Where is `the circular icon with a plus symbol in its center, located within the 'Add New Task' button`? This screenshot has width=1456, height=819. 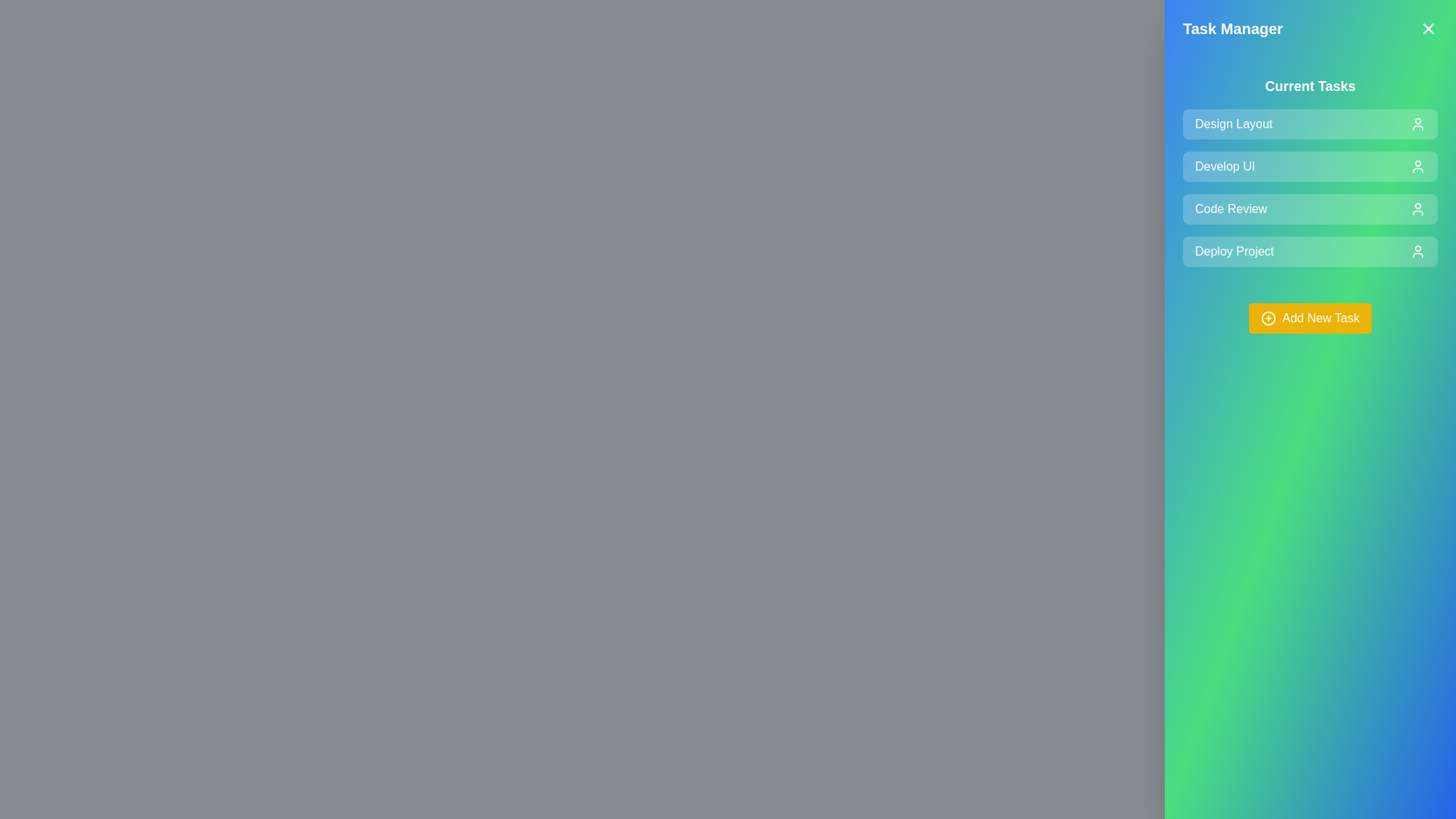 the circular icon with a plus symbol in its center, located within the 'Add New Task' button is located at coordinates (1269, 318).